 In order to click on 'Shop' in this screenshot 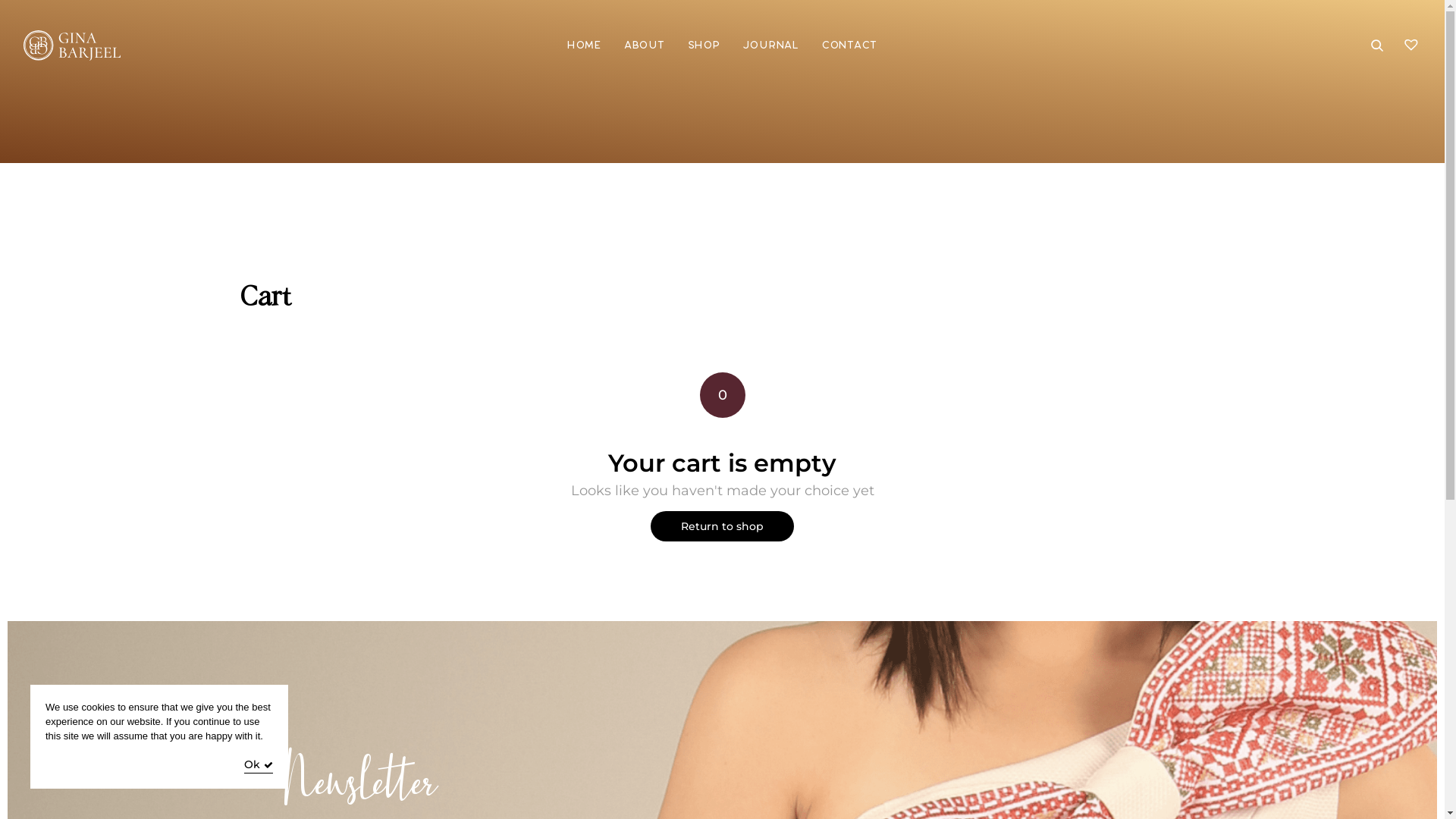, I will do `click(703, 45)`.